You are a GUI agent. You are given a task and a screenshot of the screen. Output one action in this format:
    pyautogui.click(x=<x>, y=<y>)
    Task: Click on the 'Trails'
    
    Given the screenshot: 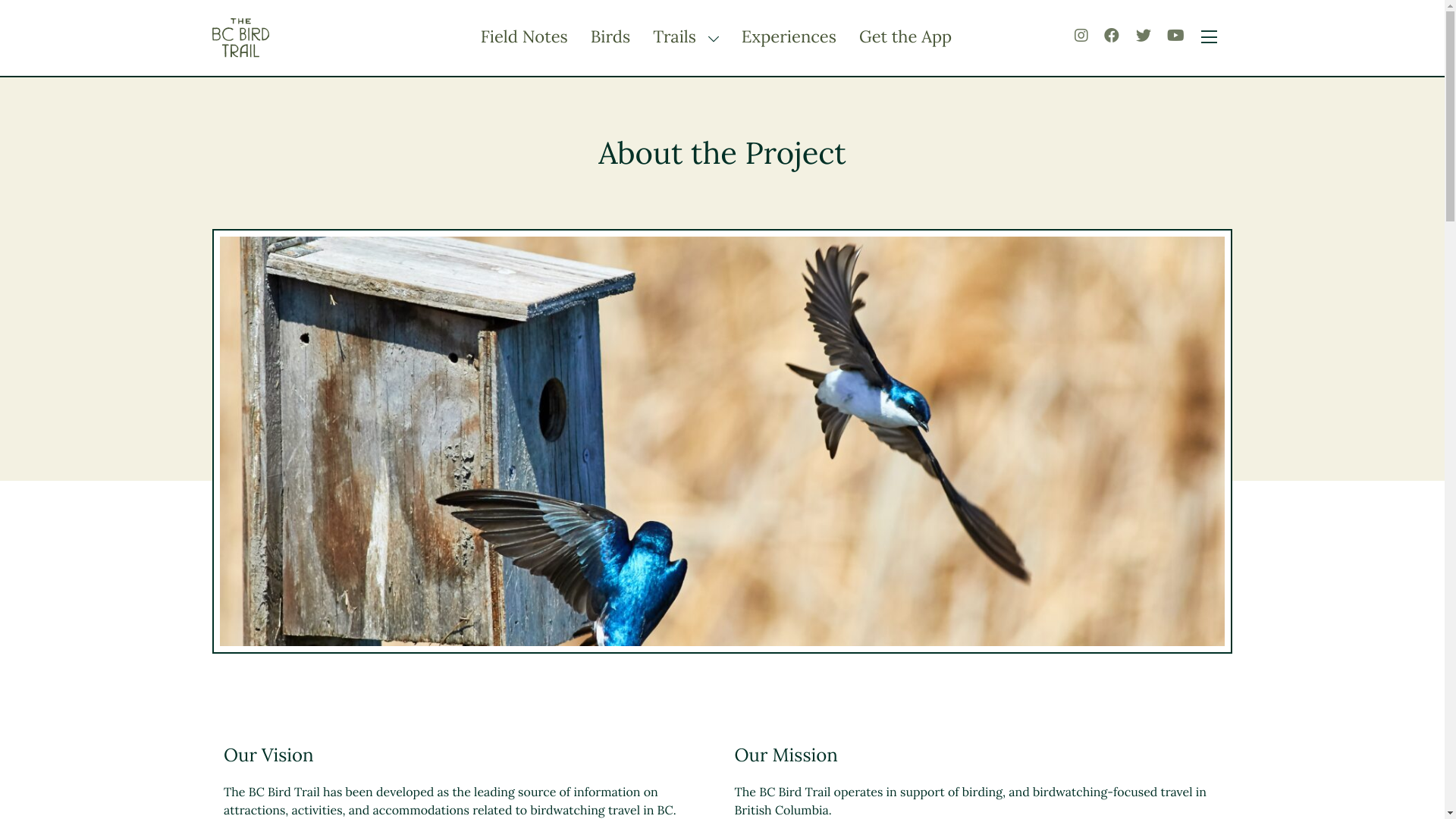 What is the action you would take?
    pyautogui.click(x=676, y=36)
    